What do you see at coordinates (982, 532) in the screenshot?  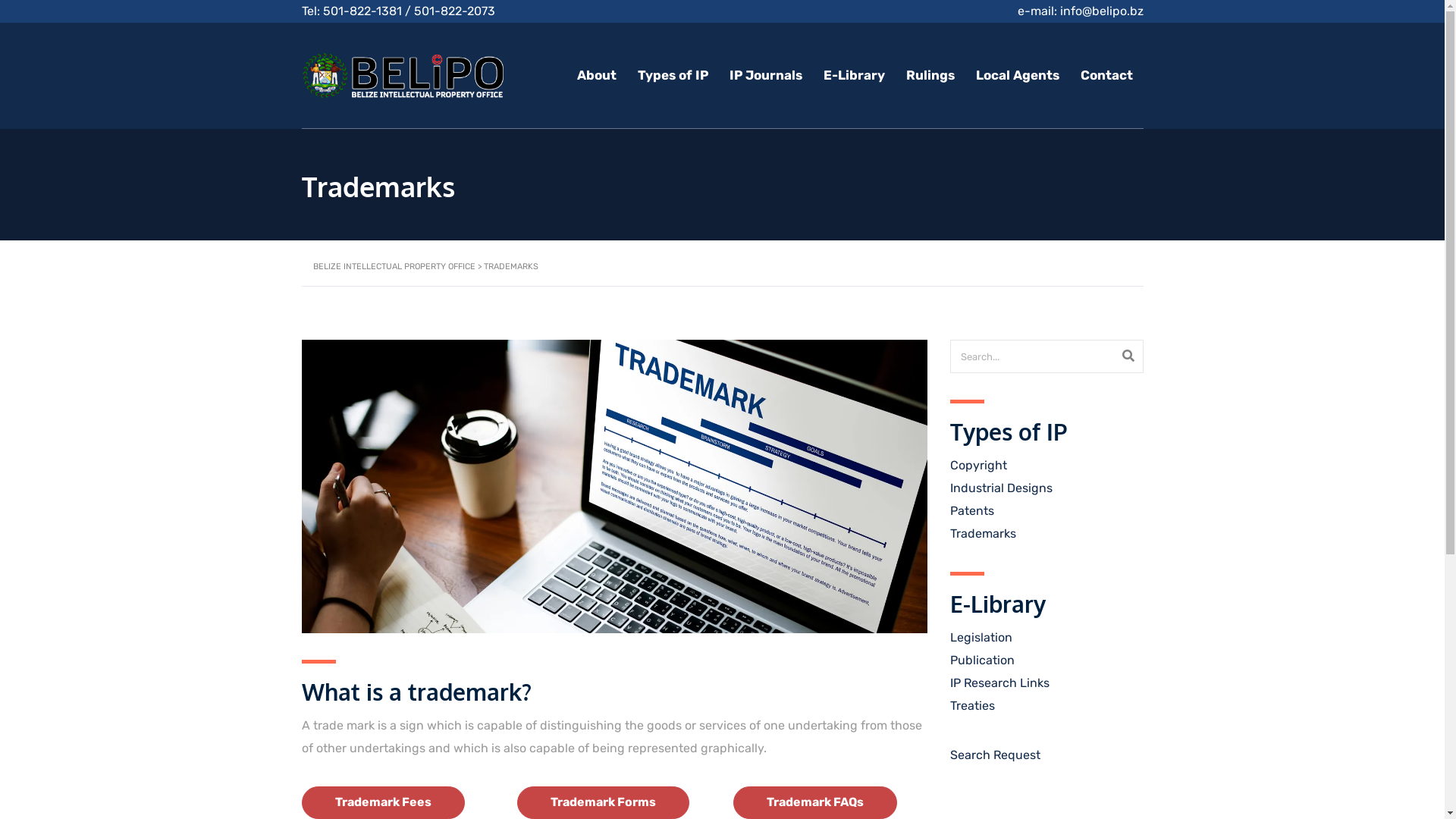 I see `'Trademarks'` at bounding box center [982, 532].